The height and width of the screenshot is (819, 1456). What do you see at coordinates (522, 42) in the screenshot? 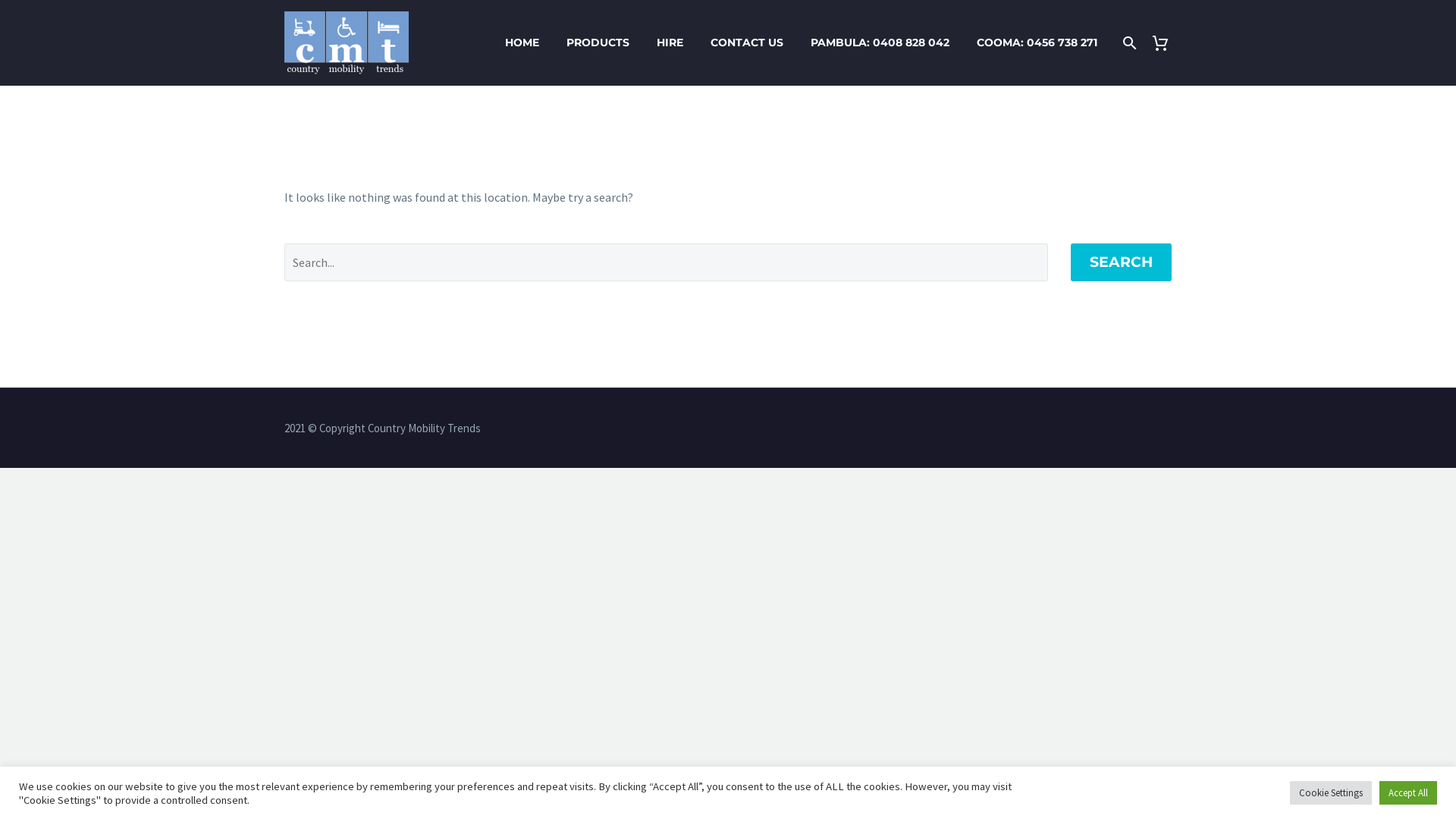
I see `'HOME'` at bounding box center [522, 42].